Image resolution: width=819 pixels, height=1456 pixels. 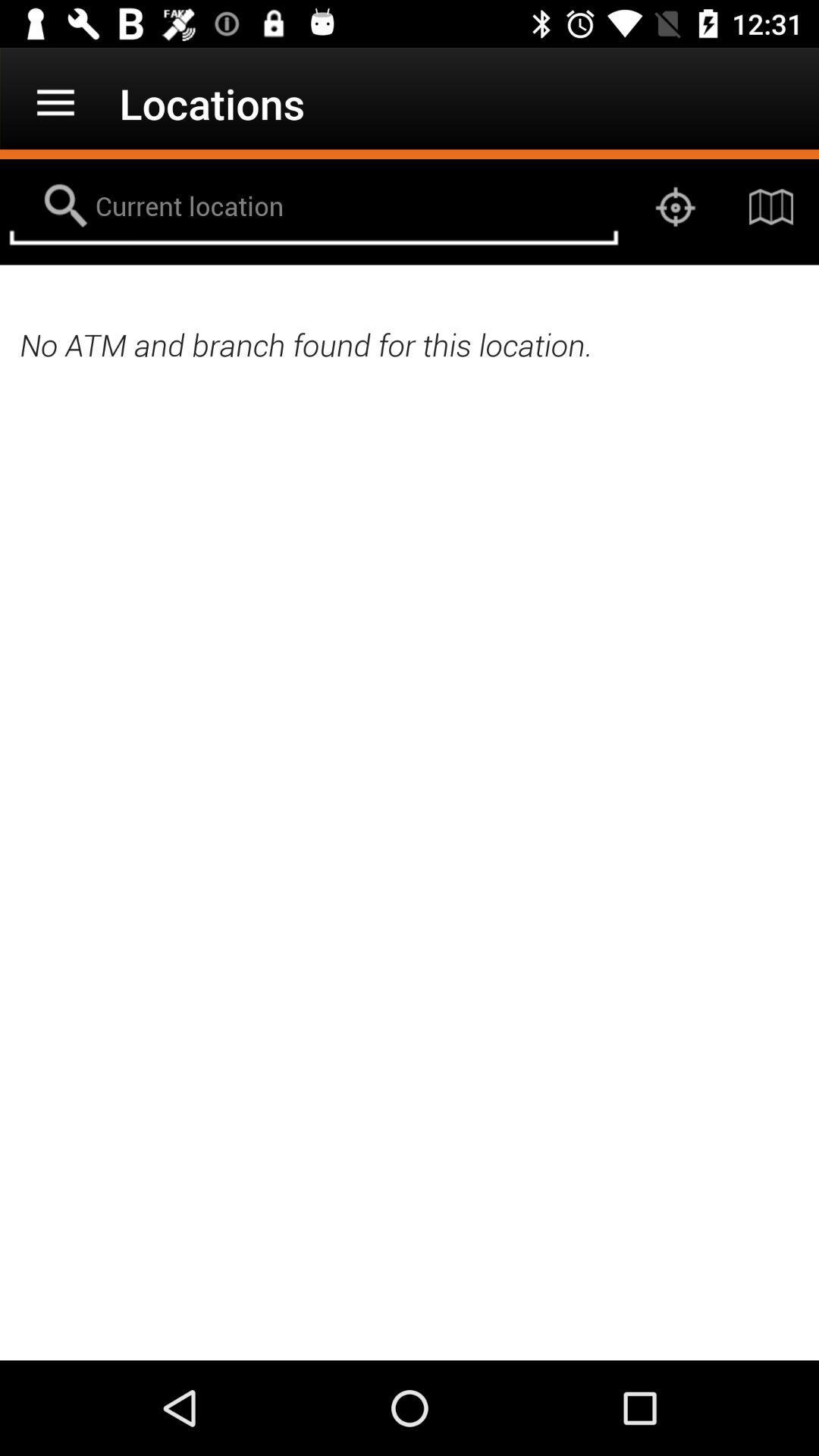 What do you see at coordinates (312, 206) in the screenshot?
I see `search location` at bounding box center [312, 206].